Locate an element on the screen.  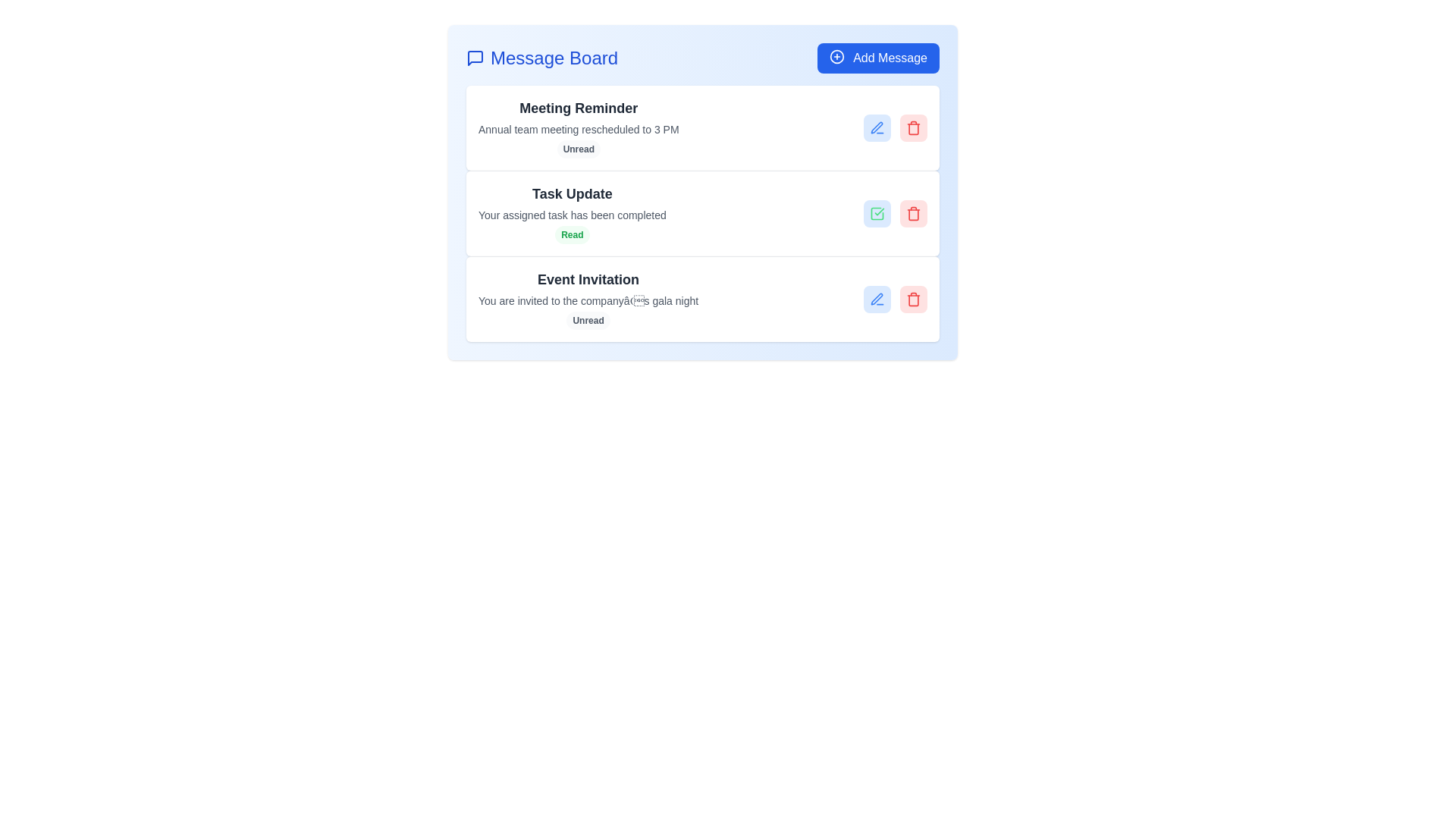
the TextLabel that serves as the title for the 'Message Board' section, positioned to the left of the blue button labeled 'Add Message' is located at coordinates (542, 58).